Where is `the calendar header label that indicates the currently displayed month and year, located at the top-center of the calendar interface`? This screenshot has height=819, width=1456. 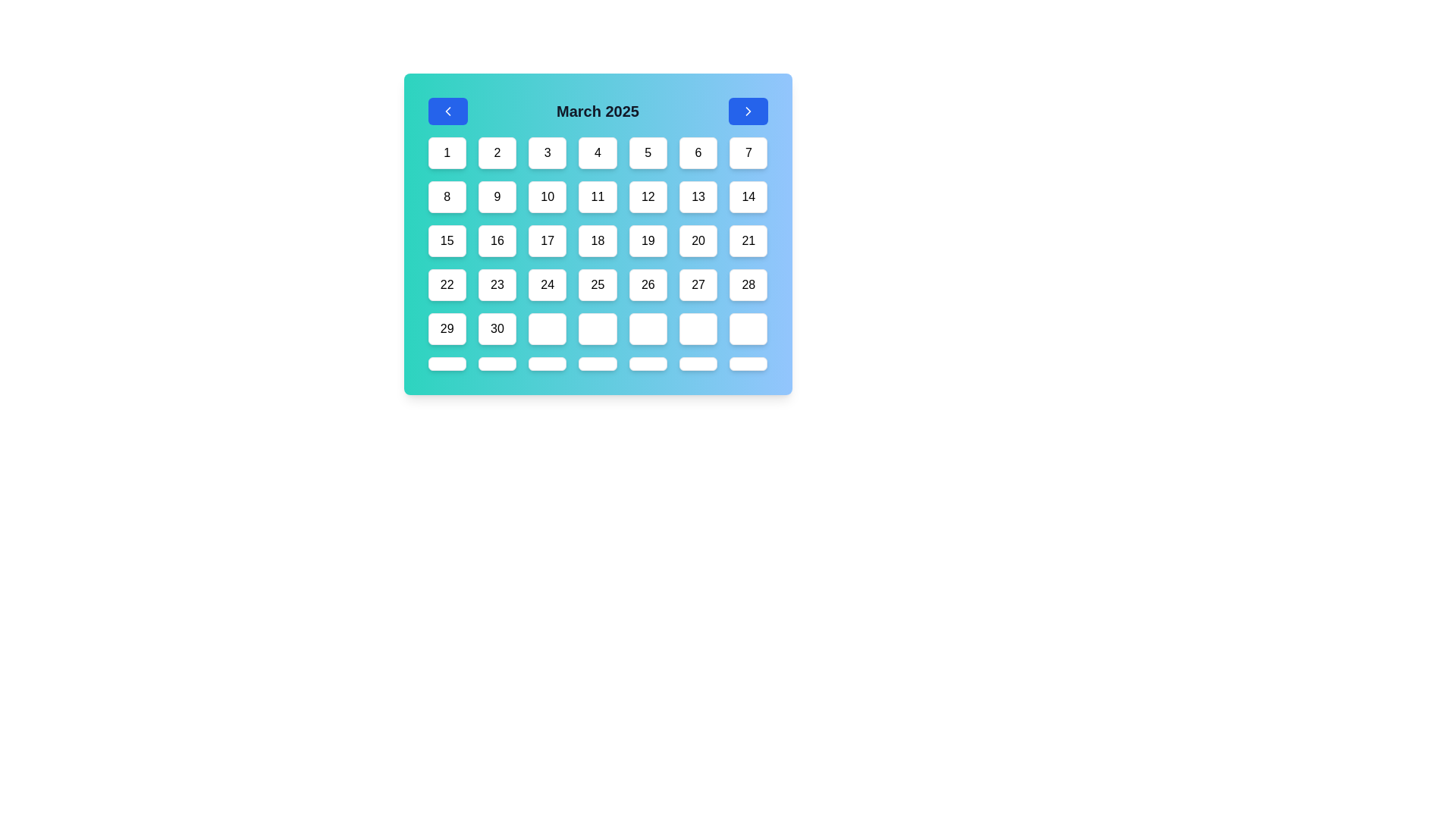
the calendar header label that indicates the currently displayed month and year, located at the top-center of the calendar interface is located at coordinates (597, 110).